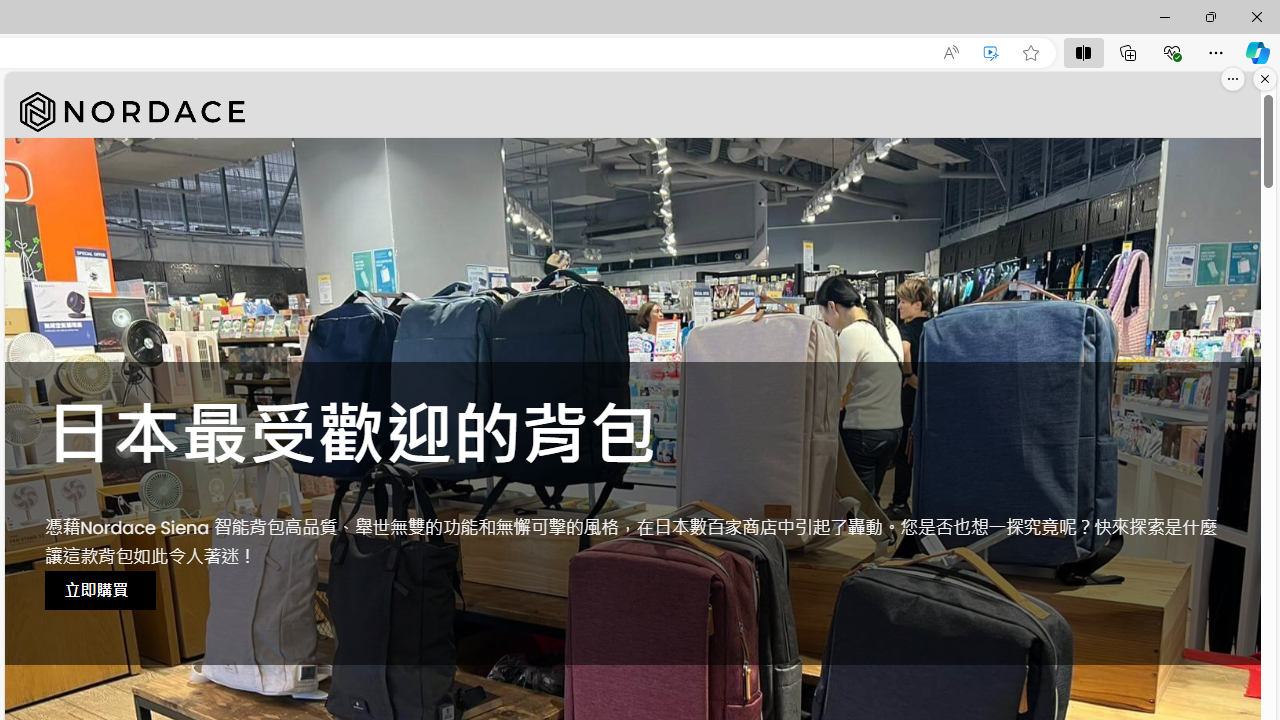 The width and height of the screenshot is (1280, 720). What do you see at coordinates (1031, 52) in the screenshot?
I see `'Add this page to favorites (Ctrl+D)'` at bounding box center [1031, 52].